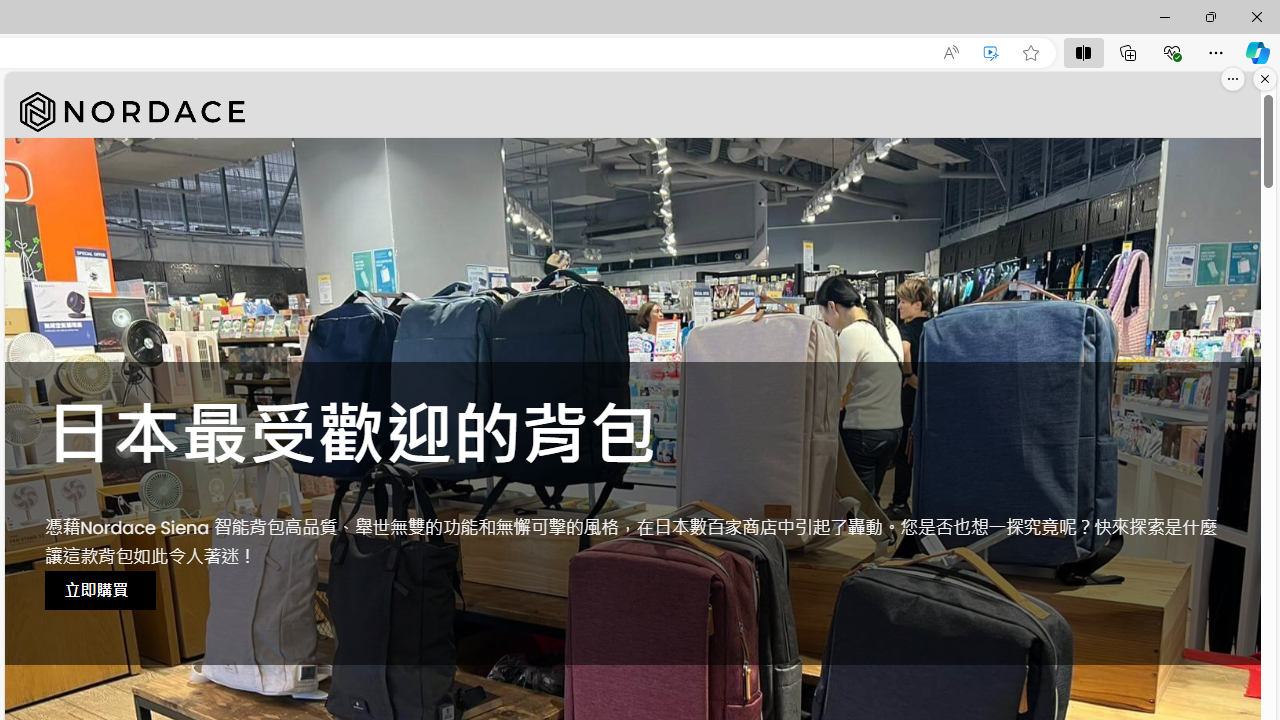 The width and height of the screenshot is (1280, 720). What do you see at coordinates (1031, 52) in the screenshot?
I see `'Add this page to favorites (Ctrl+D)'` at bounding box center [1031, 52].